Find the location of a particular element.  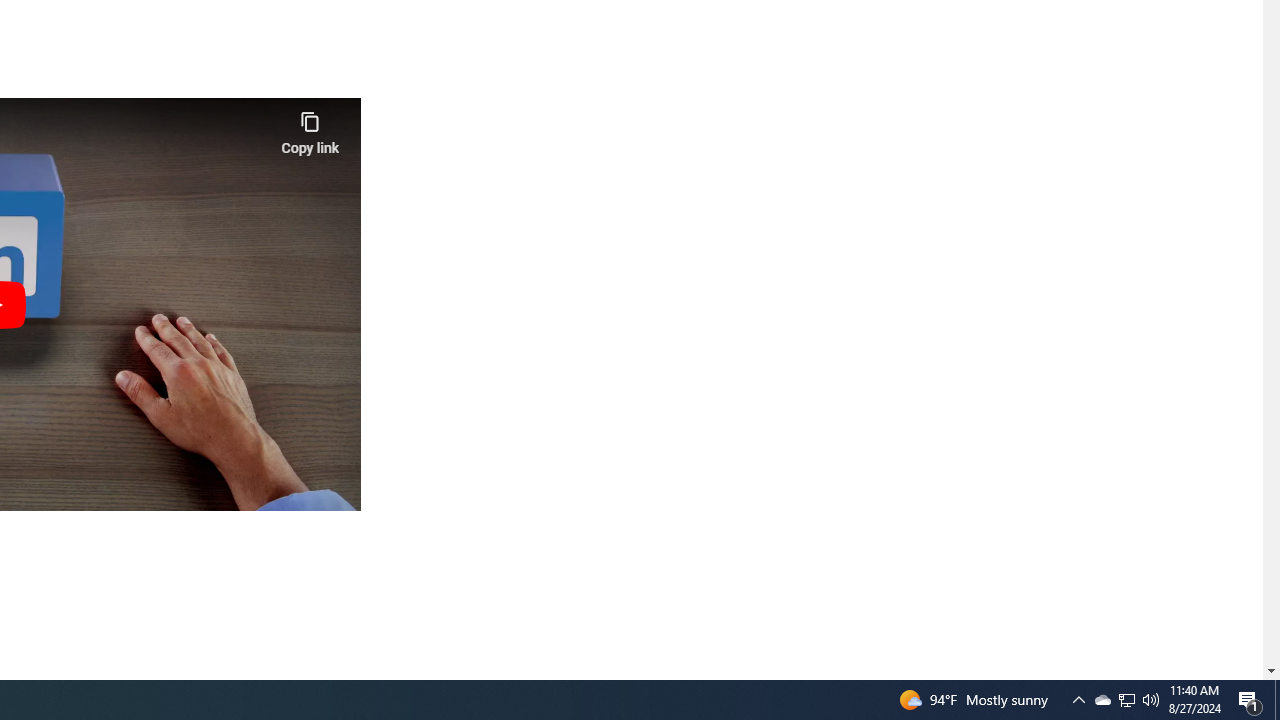

'Copy link' is located at coordinates (309, 128).